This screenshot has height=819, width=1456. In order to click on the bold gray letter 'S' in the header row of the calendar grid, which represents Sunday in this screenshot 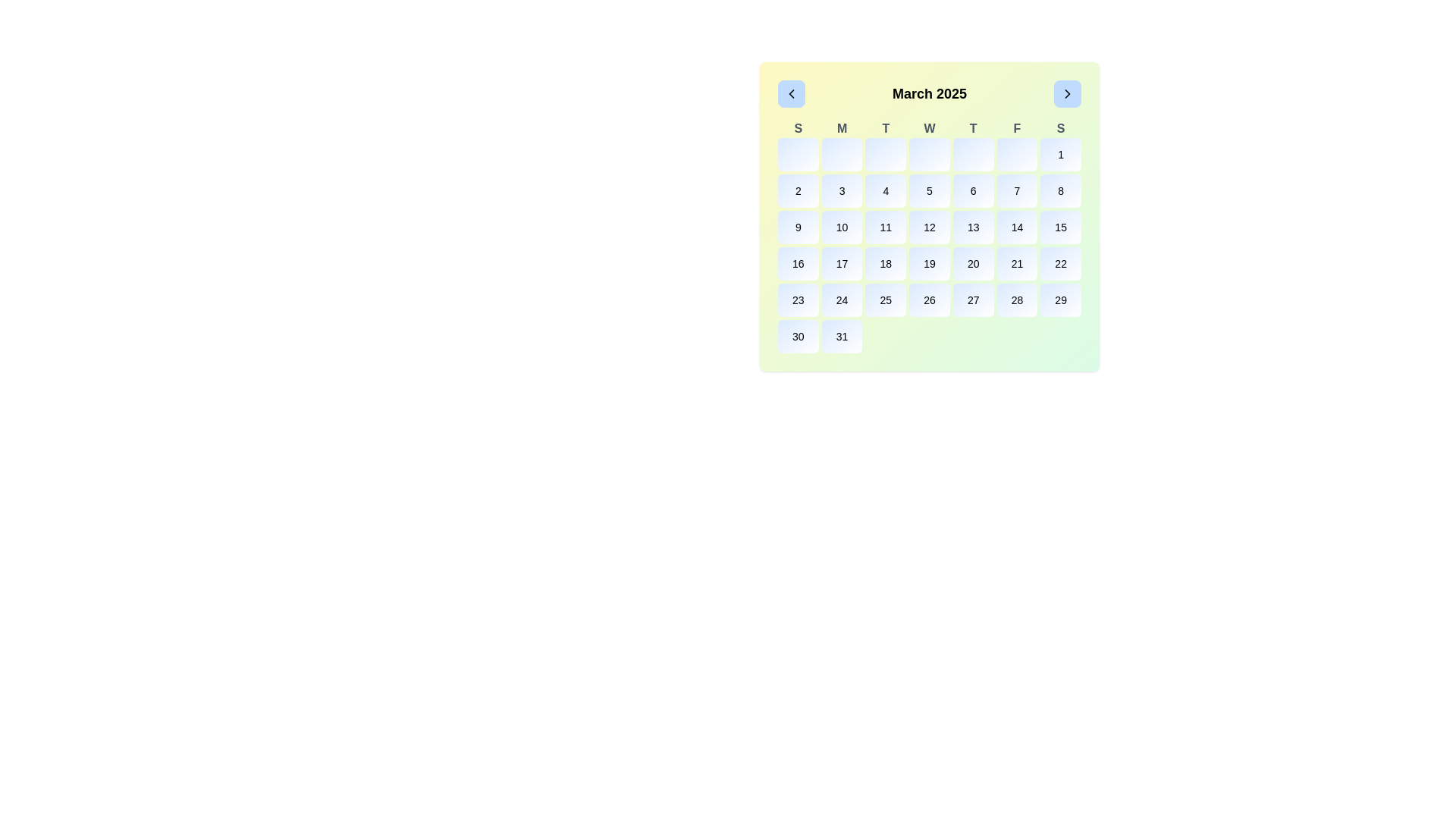, I will do `click(797, 127)`.